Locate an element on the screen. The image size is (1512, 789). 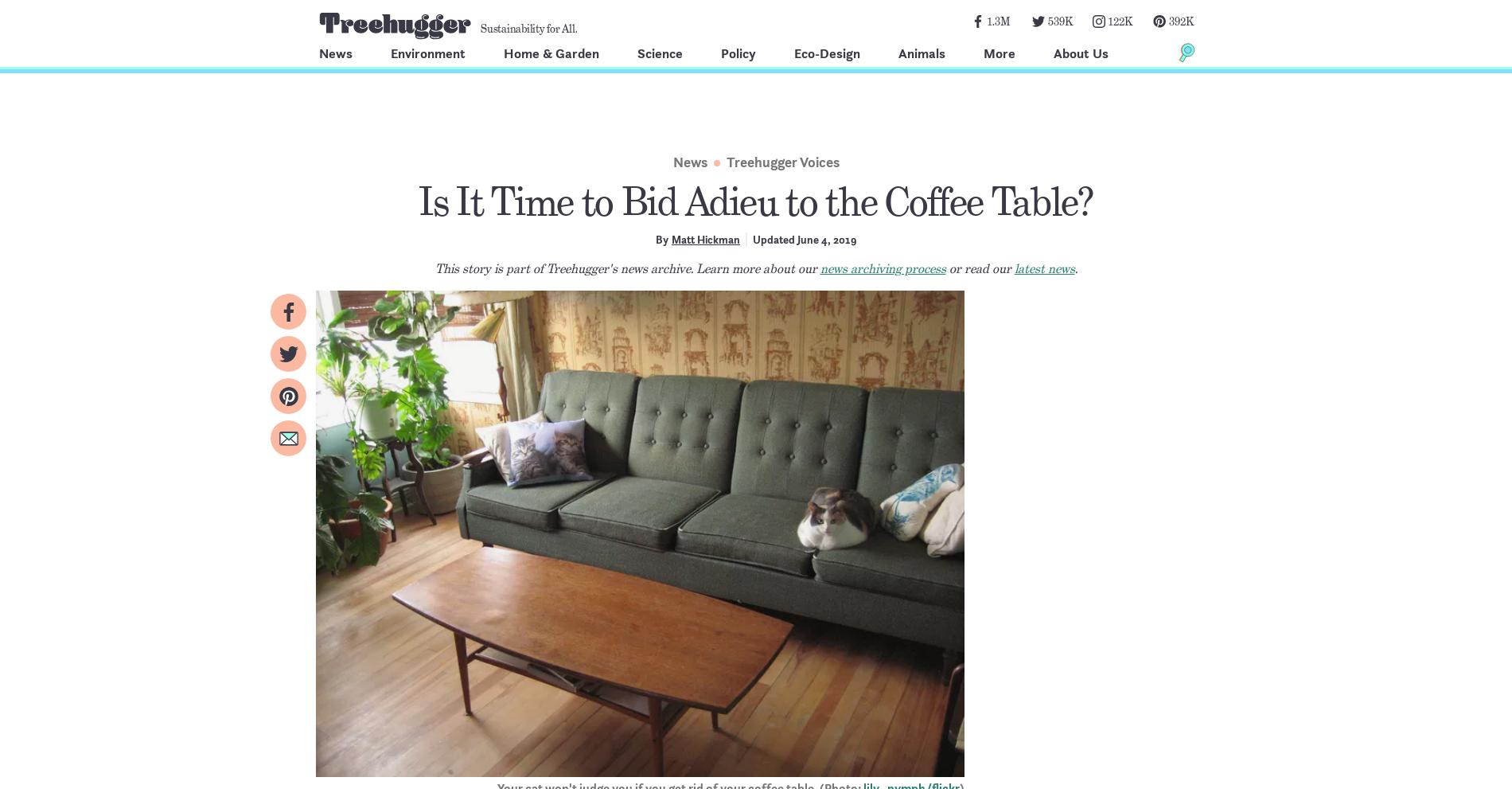
'news archiving process' is located at coordinates (883, 268).